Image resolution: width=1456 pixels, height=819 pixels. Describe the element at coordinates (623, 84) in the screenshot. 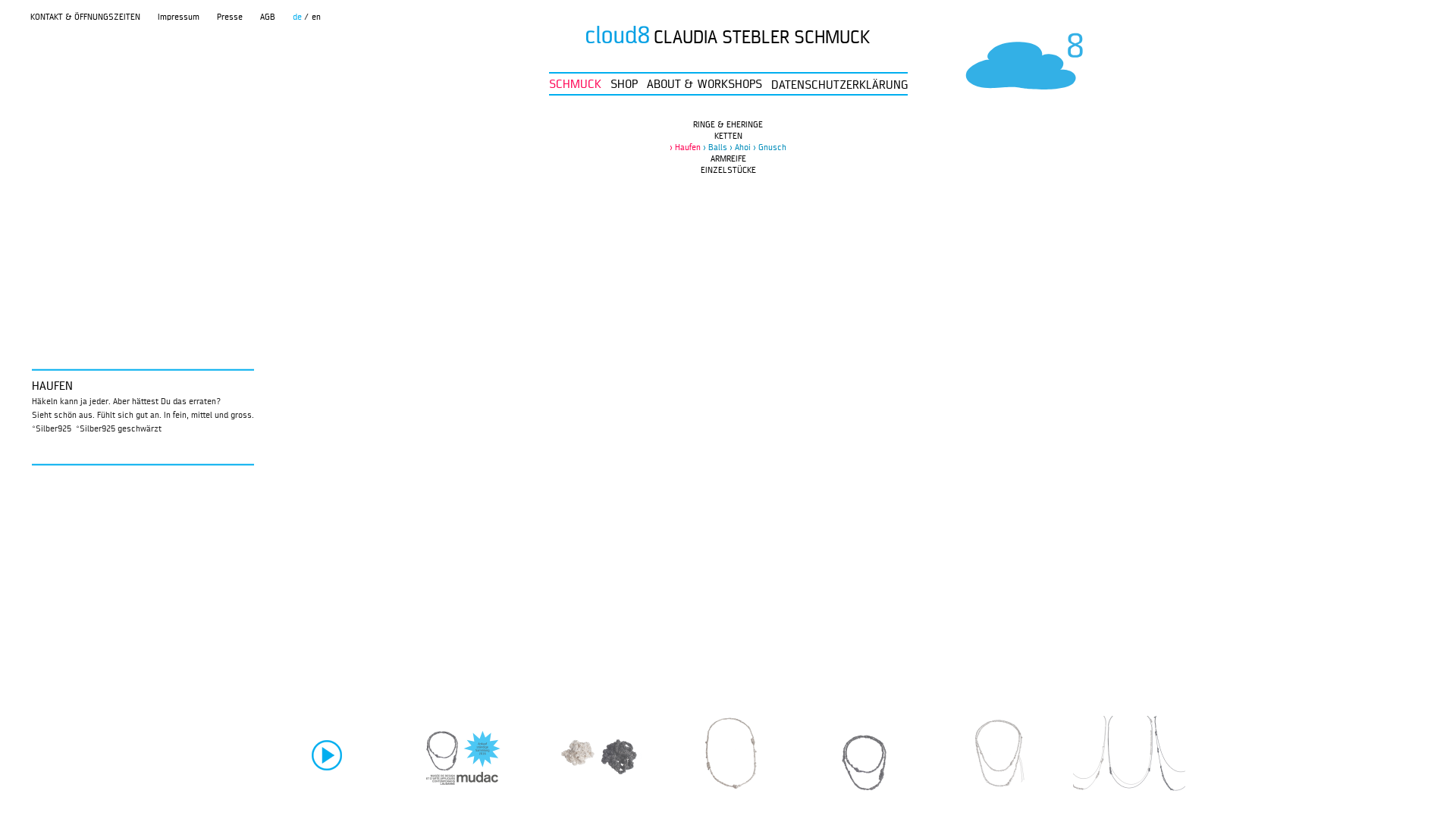

I see `'SHOP'` at that location.